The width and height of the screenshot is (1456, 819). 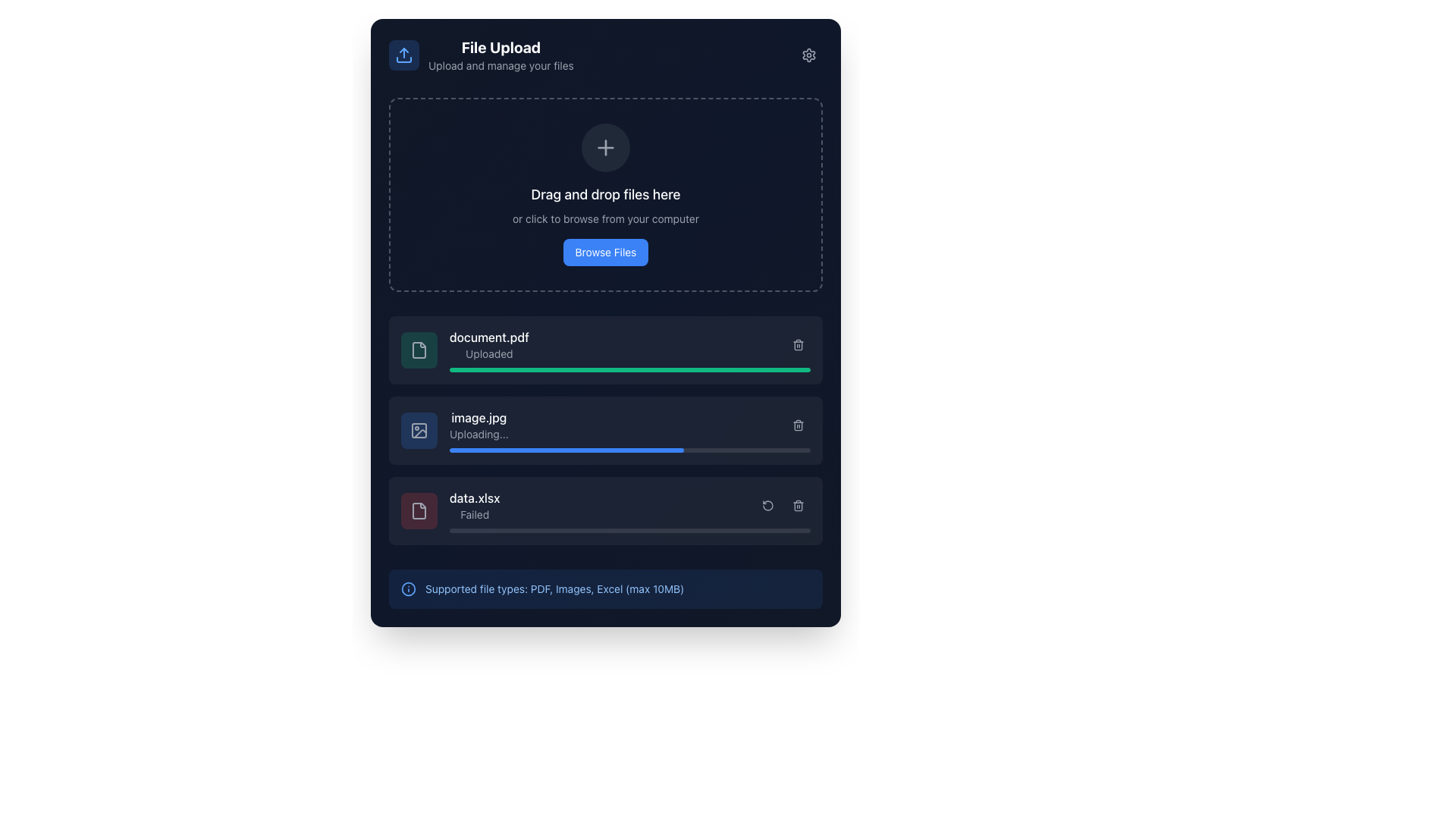 I want to click on the file icon that resembles a sheet of paper with a folded corner, located within a green-shaded background block directly to the left of the 'document.pdf' text, so click(x=419, y=350).